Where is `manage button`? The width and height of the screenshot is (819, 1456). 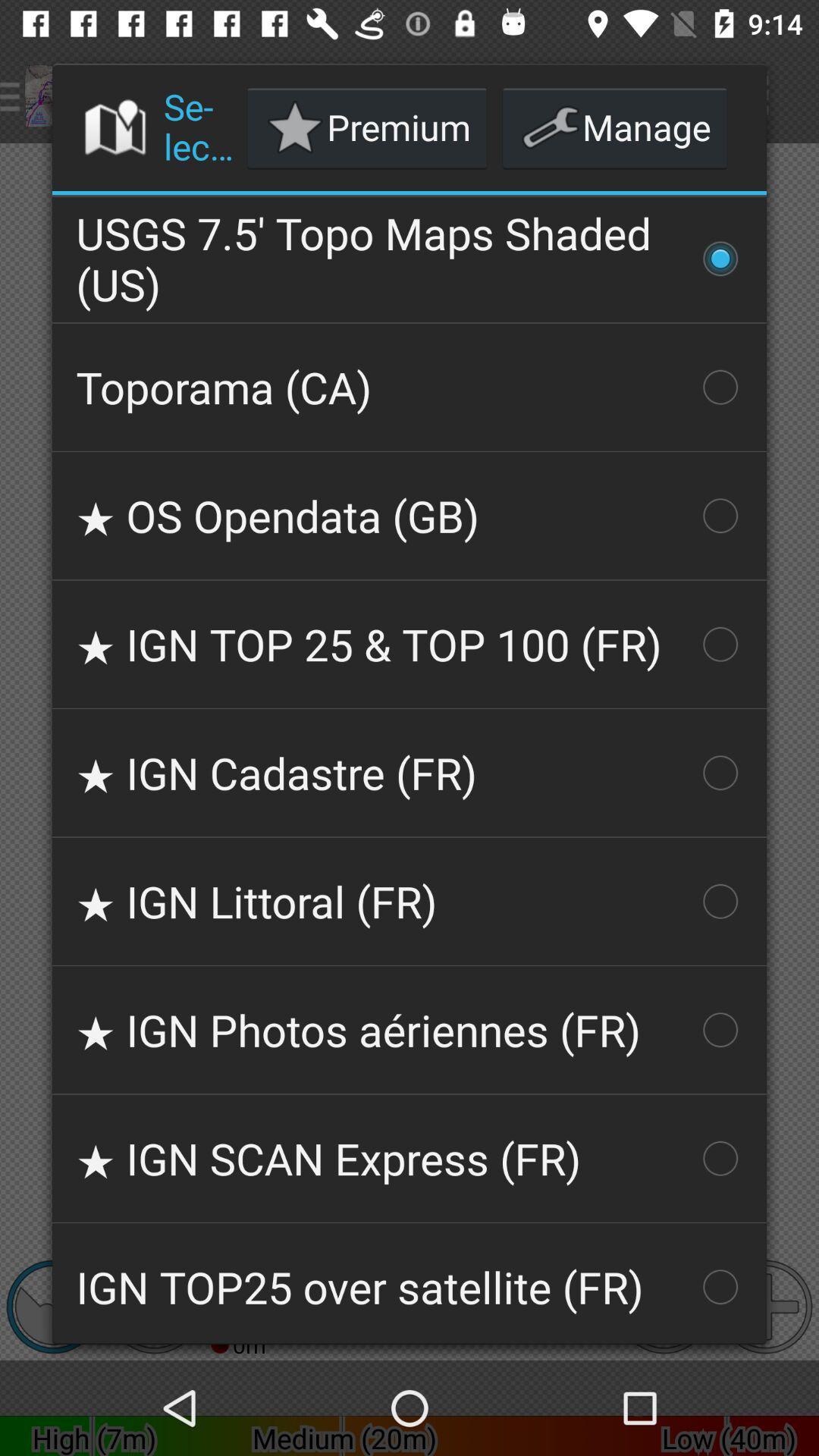 manage button is located at coordinates (614, 127).